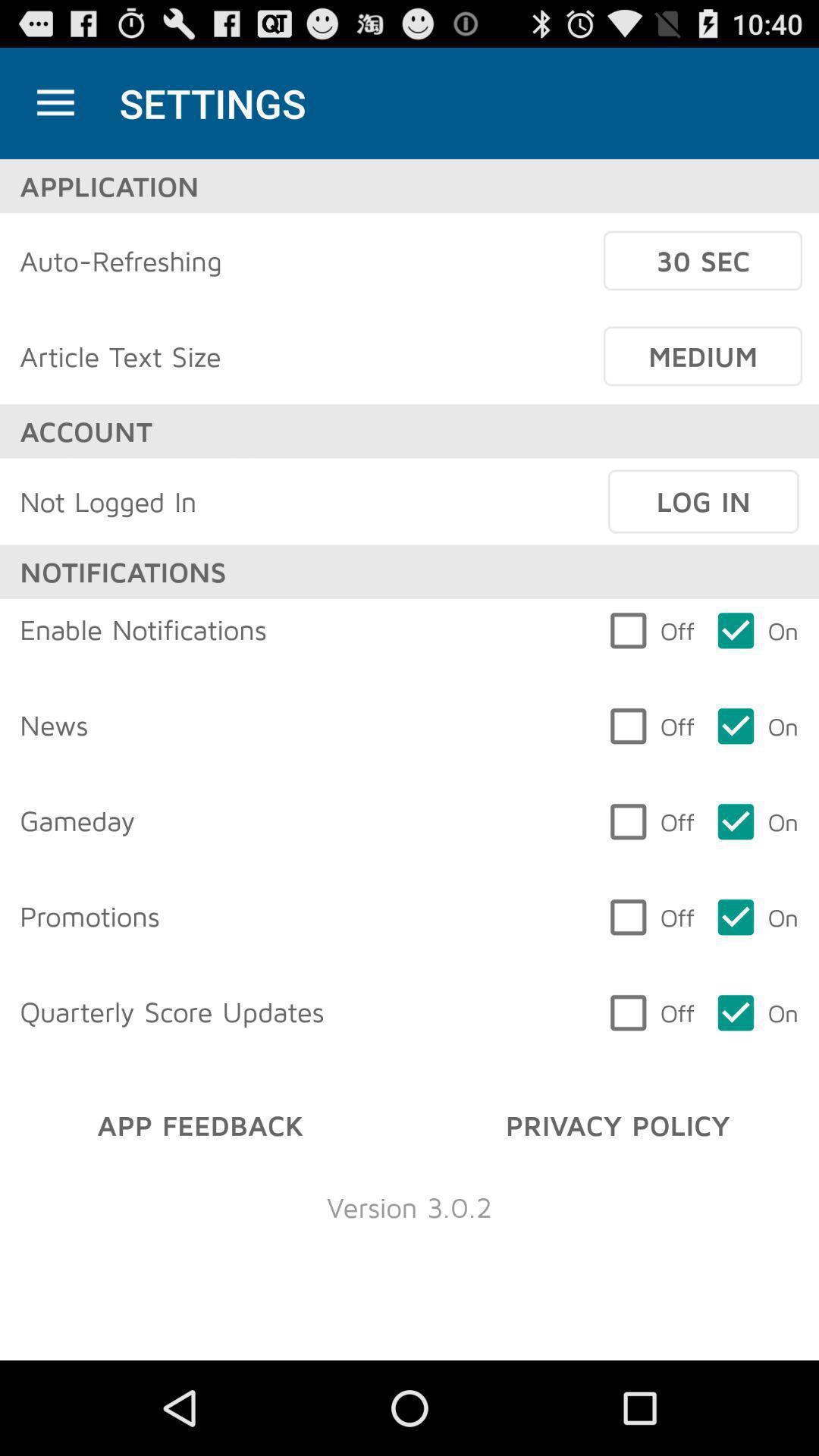 The width and height of the screenshot is (819, 1456). I want to click on the item to the left of settings app, so click(55, 102).